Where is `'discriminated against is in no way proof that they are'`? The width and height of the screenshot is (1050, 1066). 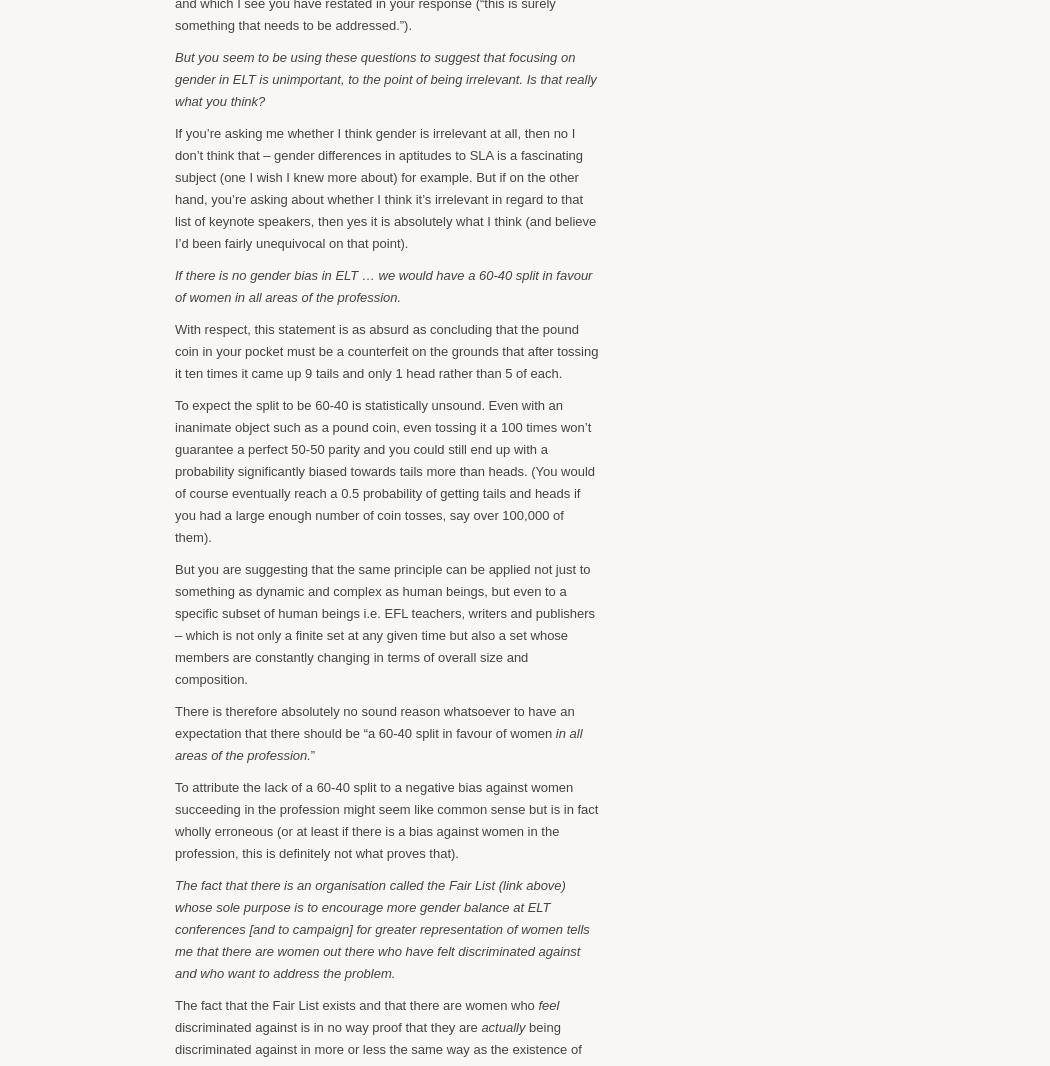
'discriminated against is in no way proof that they are' is located at coordinates (328, 1026).